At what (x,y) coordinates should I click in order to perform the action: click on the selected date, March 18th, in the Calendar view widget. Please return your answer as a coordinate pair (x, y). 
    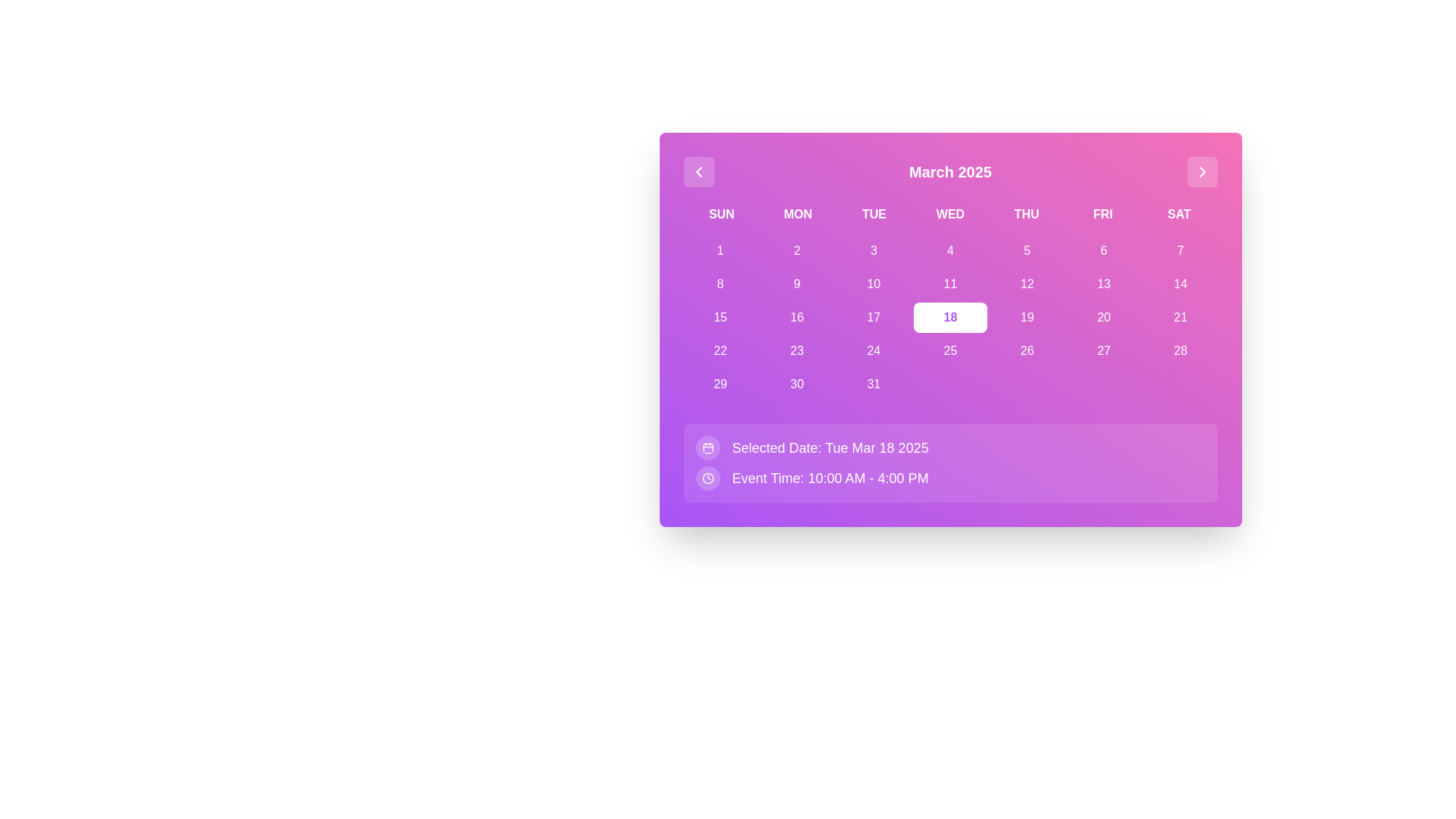
    Looking at the image, I should click on (949, 329).